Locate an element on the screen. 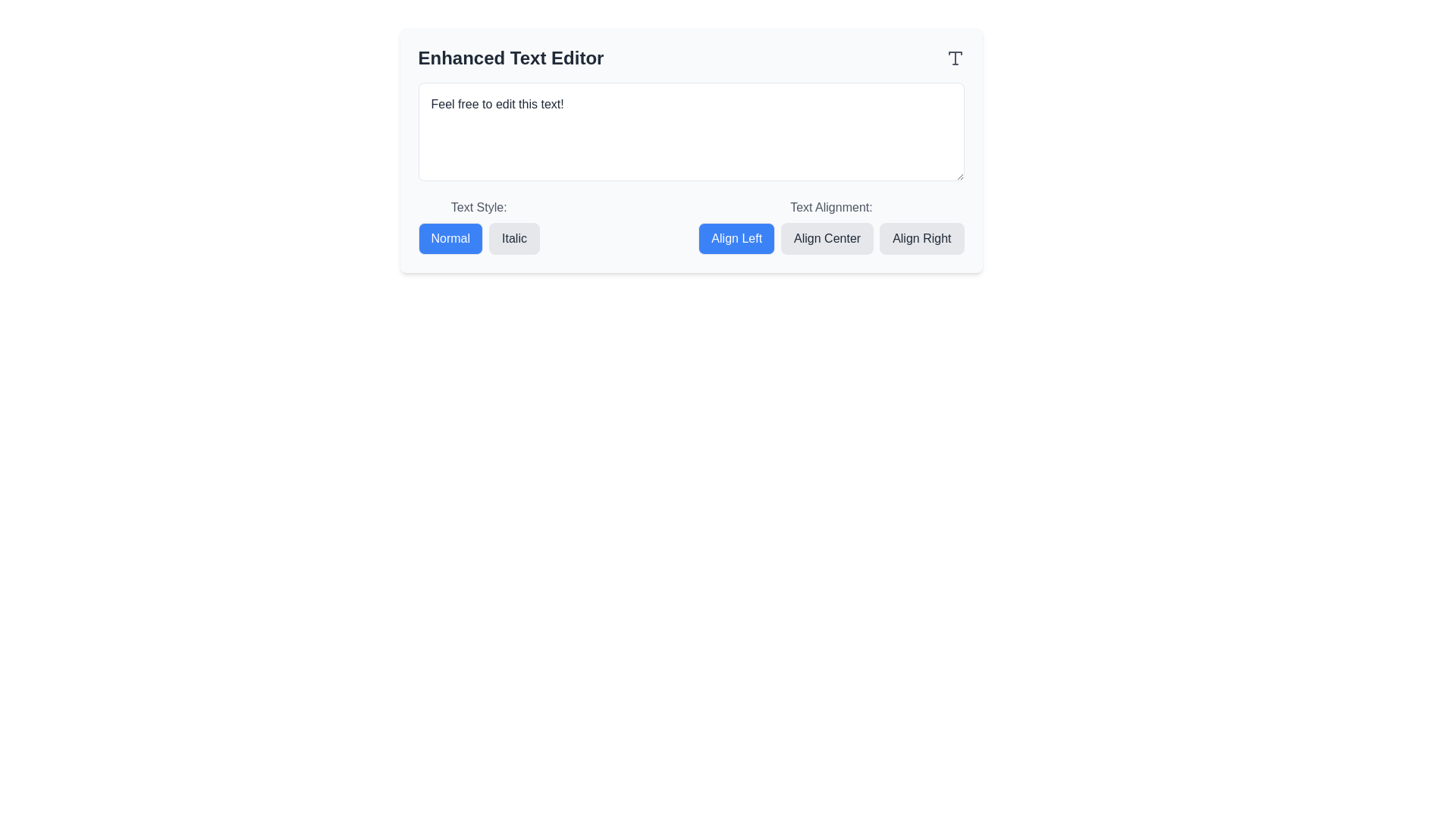  the 'Align Right' button is located at coordinates (921, 239).